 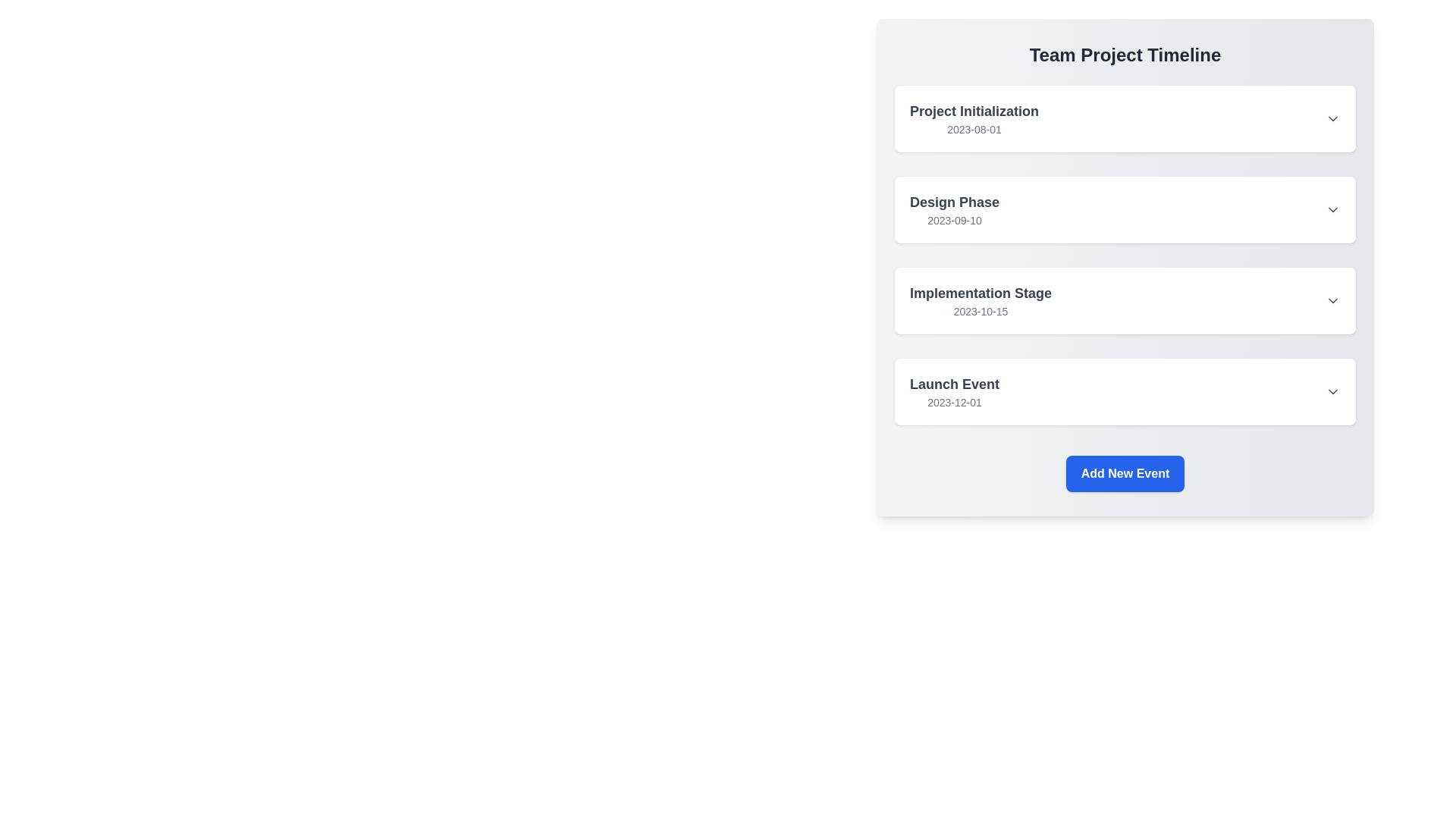 What do you see at coordinates (1125, 472) in the screenshot?
I see `the 'Add New Event' button, which is a rectangular button with rounded corners, a bold blue background, and white-bold text, located at the bottom of the 'Team Project Timeline' panel` at bounding box center [1125, 472].